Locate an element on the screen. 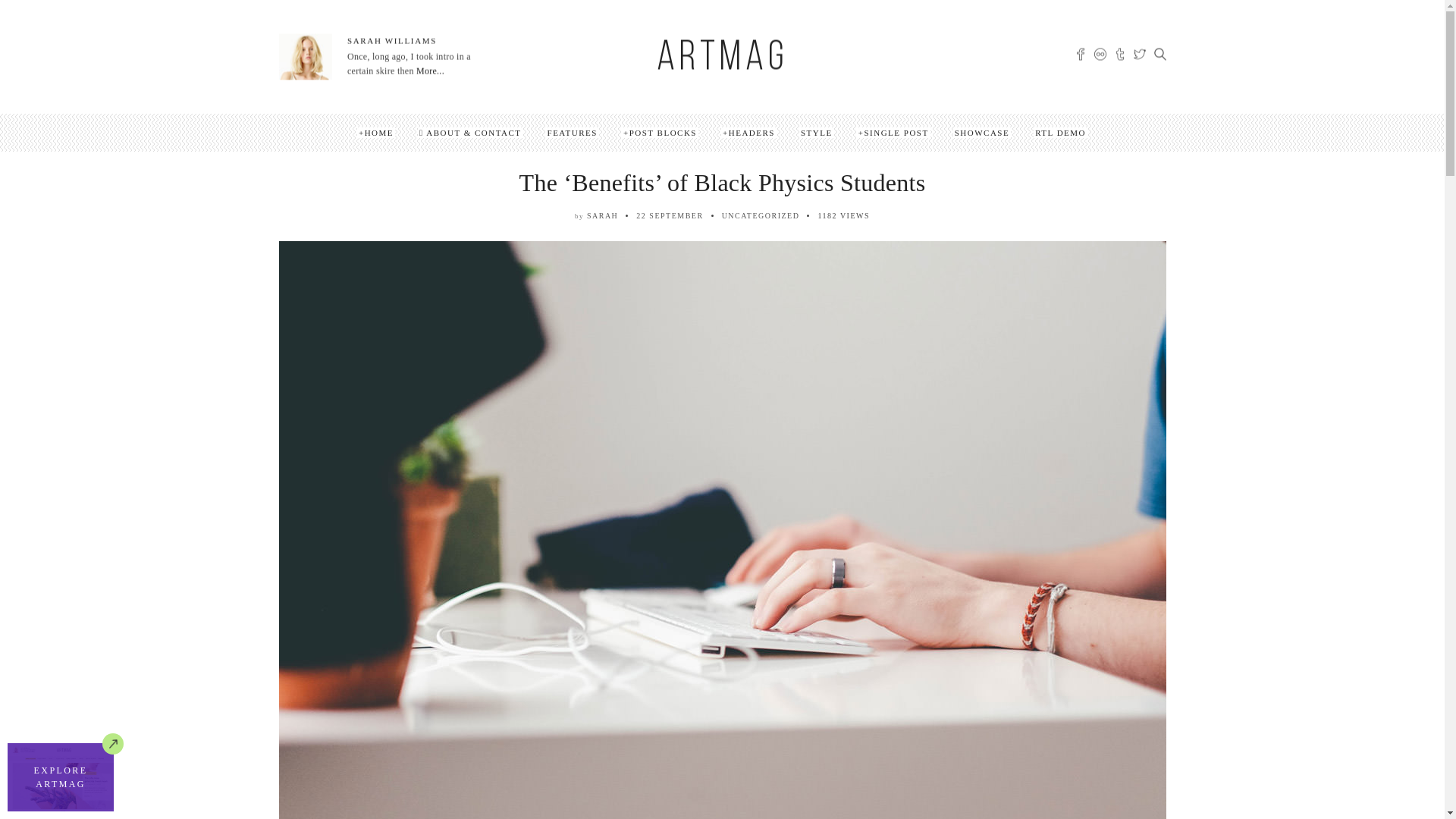 This screenshot has width=1456, height=819. 'SARAH WILLIAMS' is located at coordinates (392, 40).